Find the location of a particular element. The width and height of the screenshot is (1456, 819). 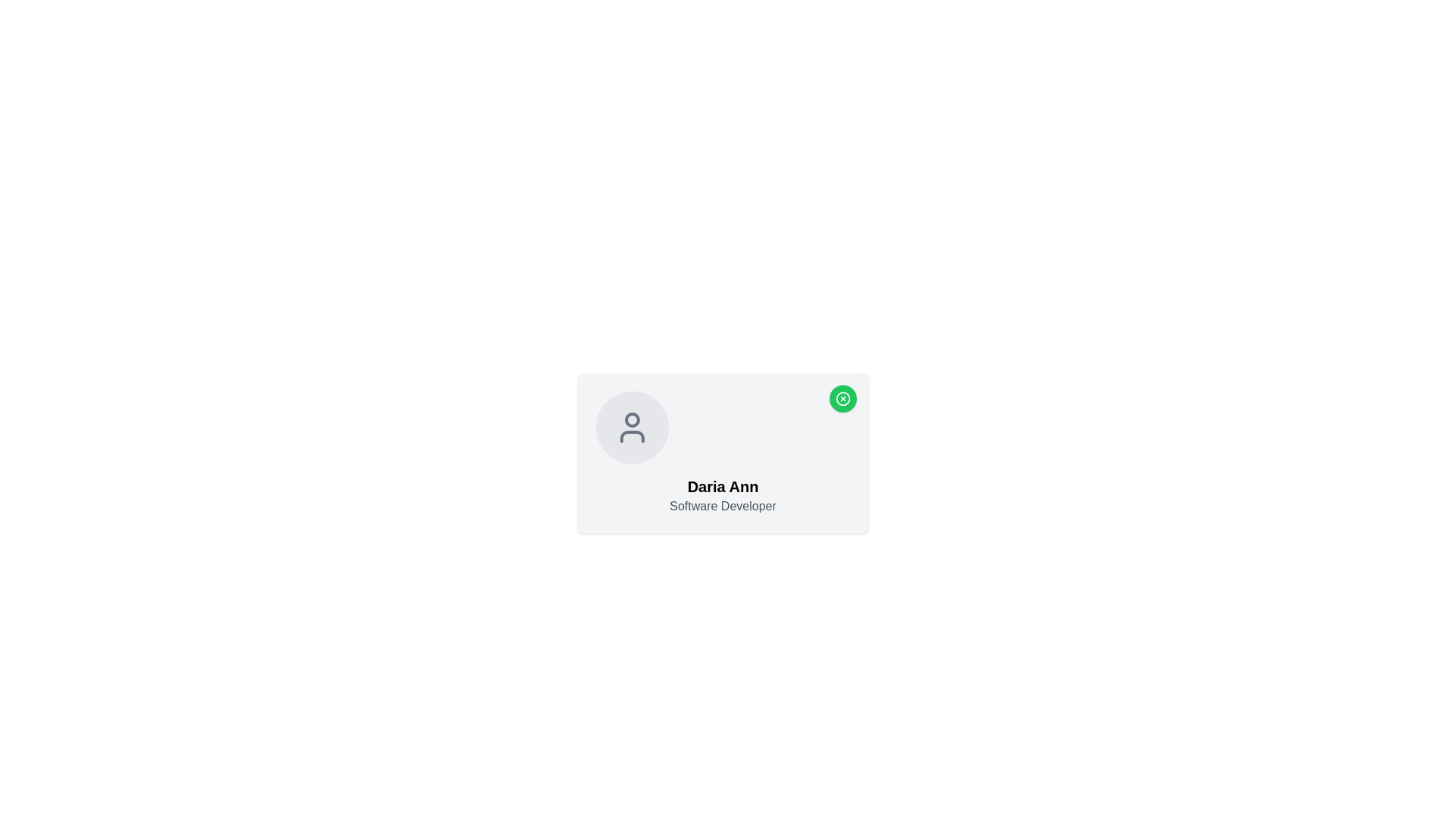

the SVG circle element representing the user's avatar within the user profile card is located at coordinates (632, 420).